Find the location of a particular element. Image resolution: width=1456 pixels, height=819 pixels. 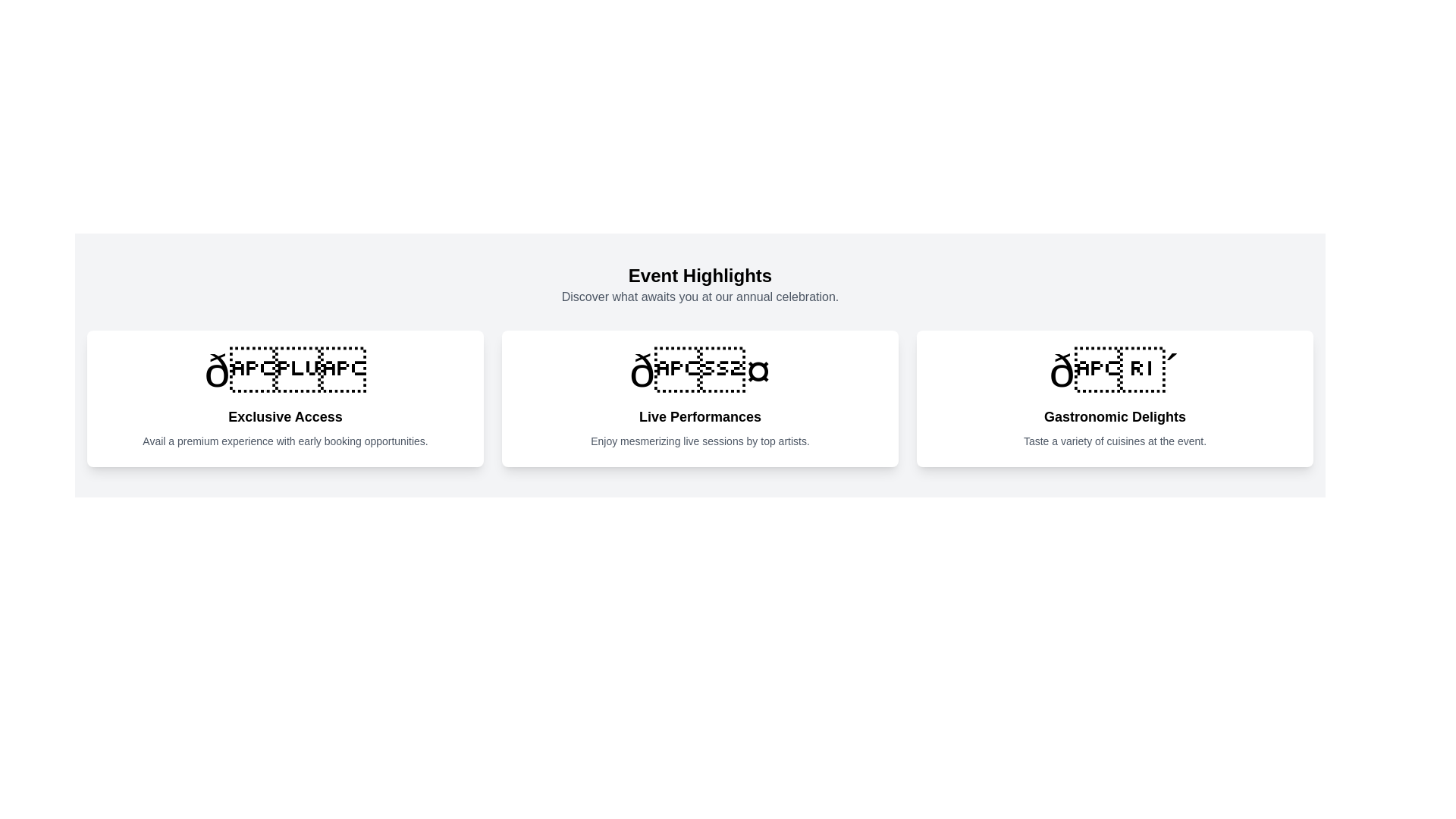

the Information card is located at coordinates (699, 397).